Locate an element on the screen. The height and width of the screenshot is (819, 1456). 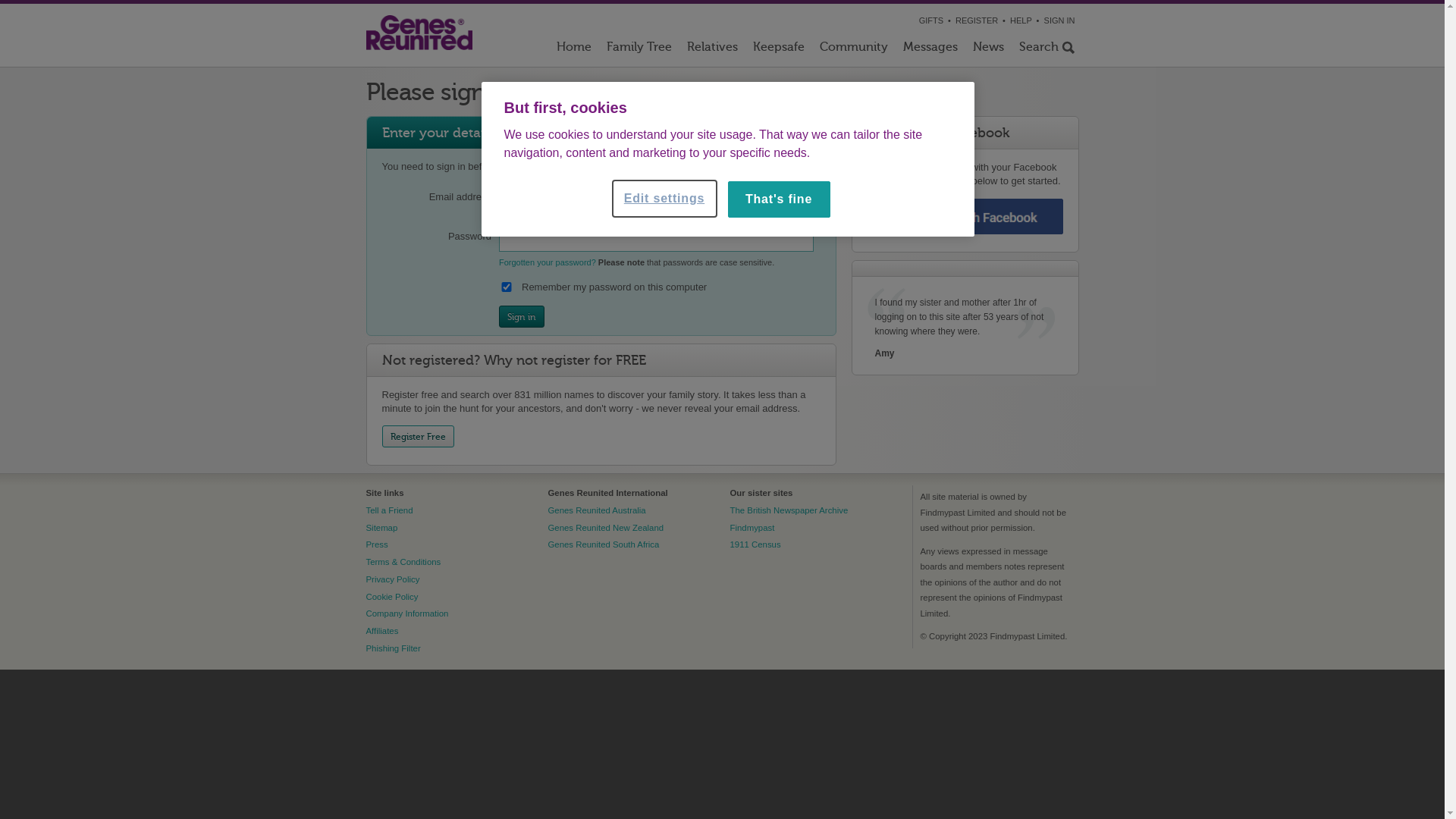
'Affiliates' is located at coordinates (381, 631).